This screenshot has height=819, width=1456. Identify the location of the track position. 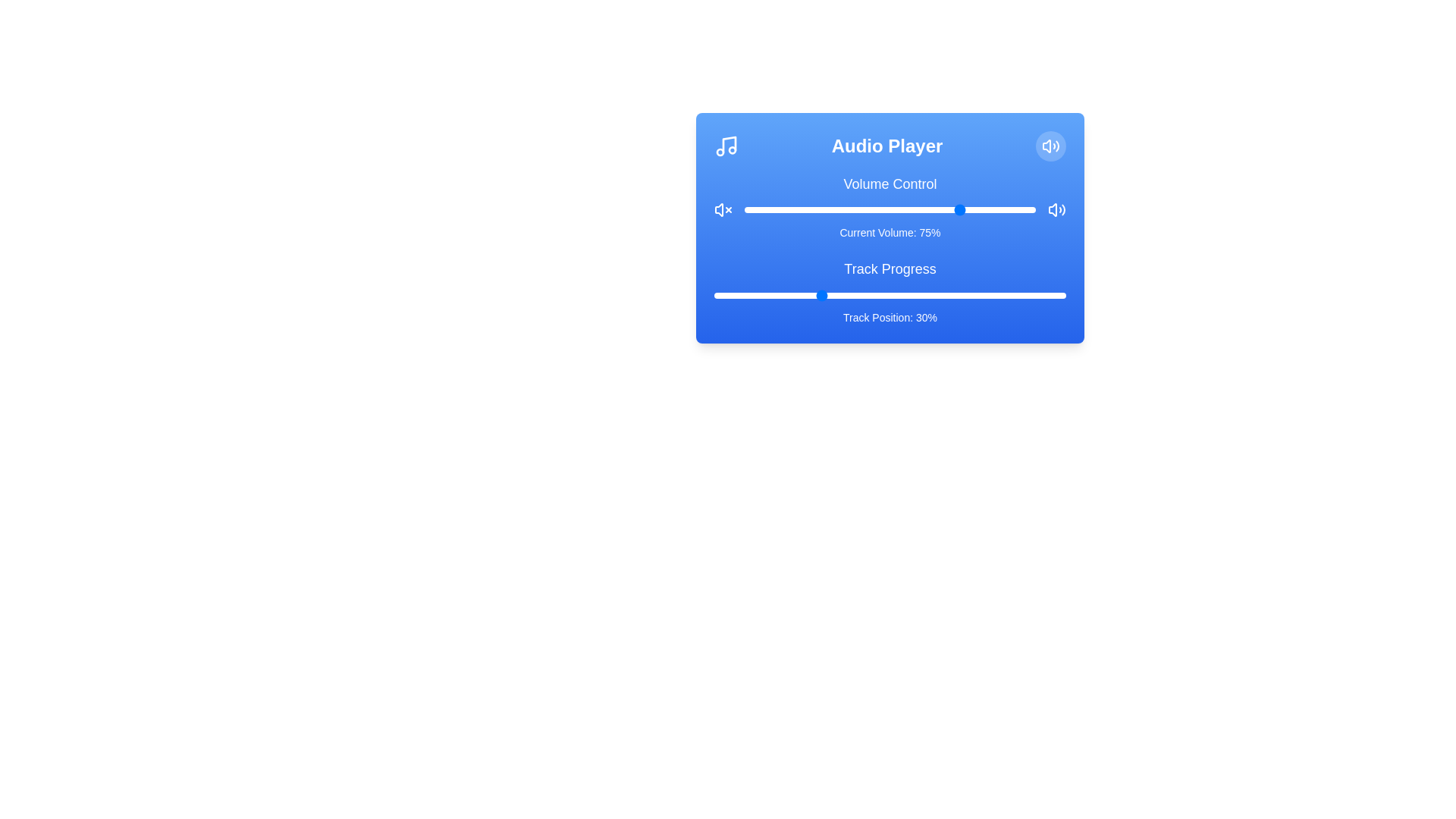
(886, 295).